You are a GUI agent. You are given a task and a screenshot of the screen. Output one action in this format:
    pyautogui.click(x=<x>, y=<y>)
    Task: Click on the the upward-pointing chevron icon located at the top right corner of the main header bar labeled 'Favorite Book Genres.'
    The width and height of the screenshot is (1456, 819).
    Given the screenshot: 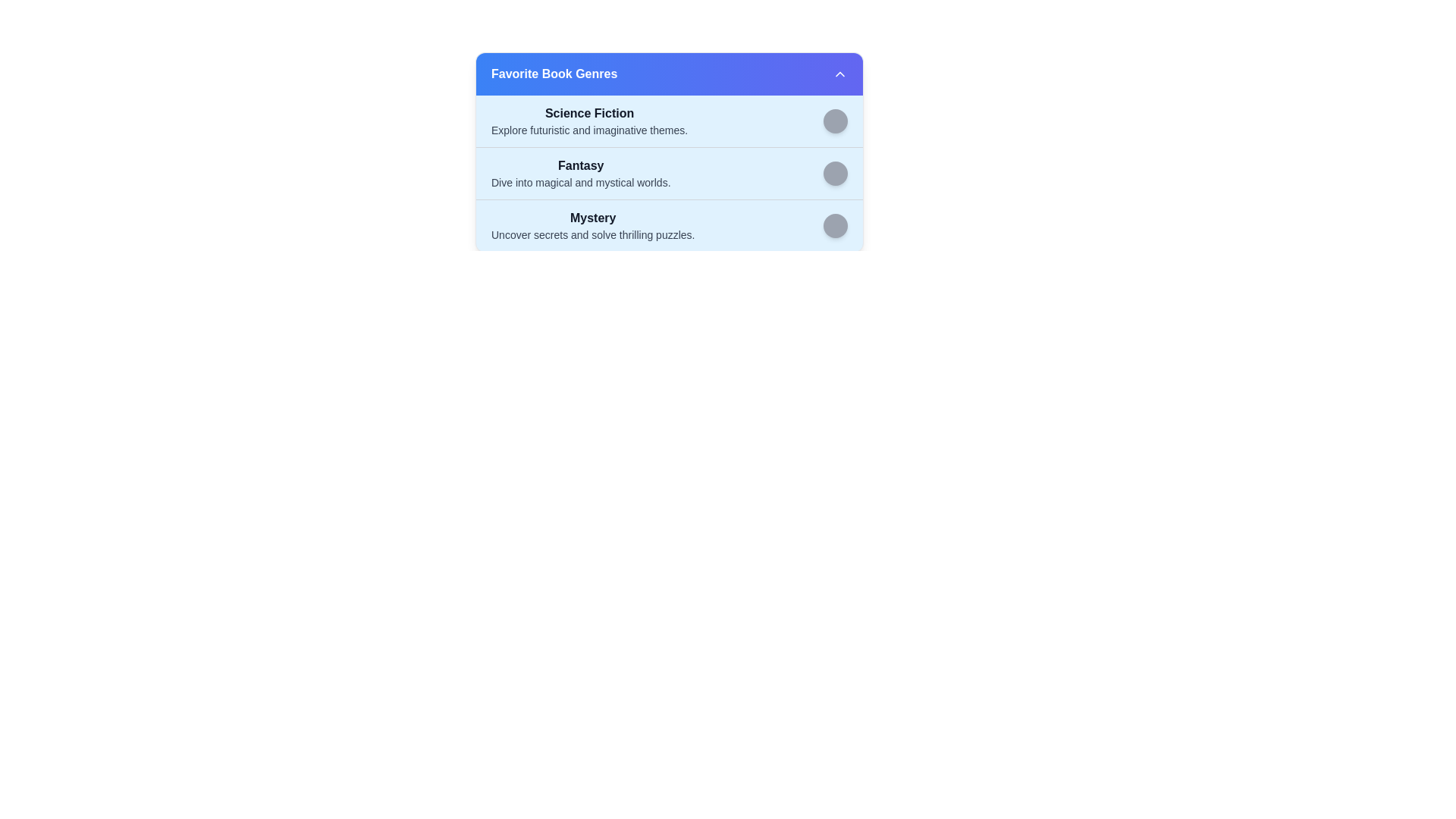 What is the action you would take?
    pyautogui.click(x=839, y=74)
    